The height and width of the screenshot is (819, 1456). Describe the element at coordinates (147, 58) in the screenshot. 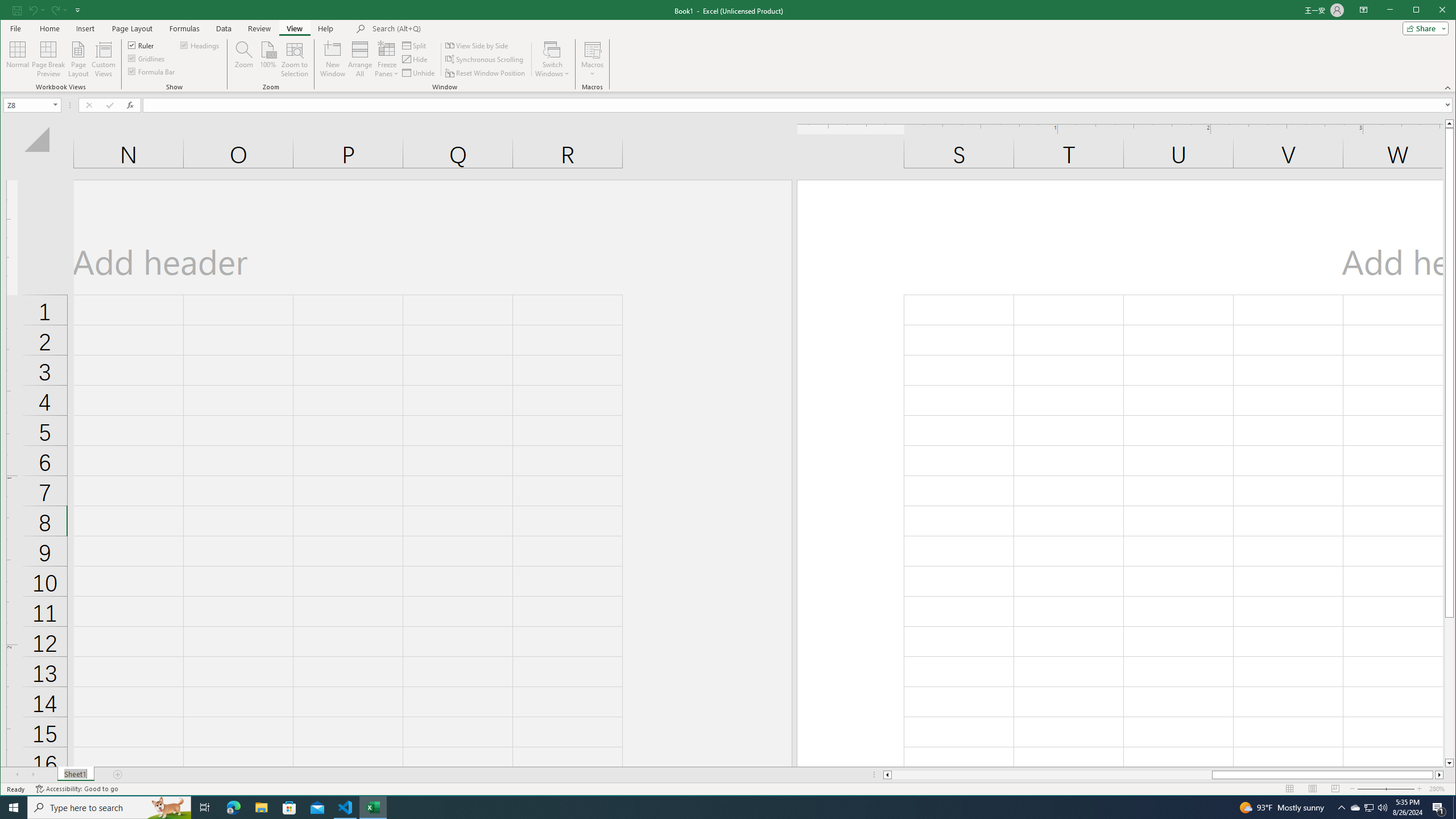

I see `'Gridlines'` at that location.